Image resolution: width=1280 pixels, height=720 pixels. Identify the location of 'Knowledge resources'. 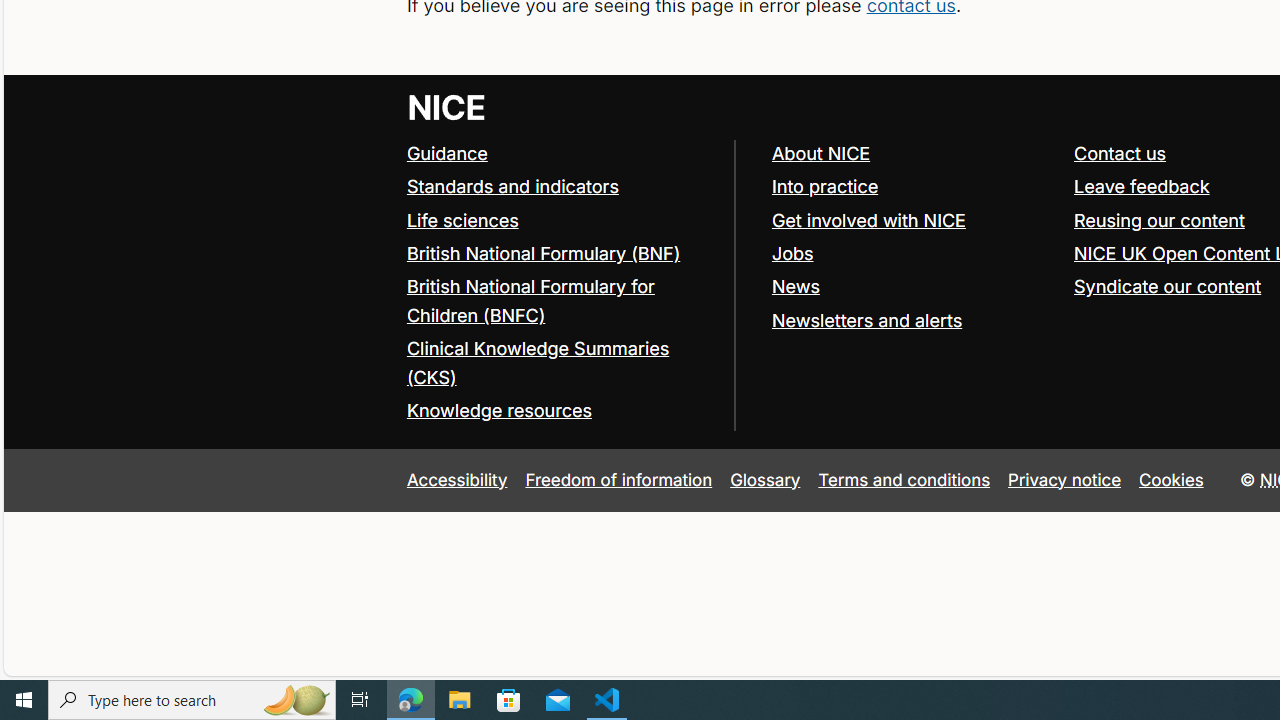
(498, 410).